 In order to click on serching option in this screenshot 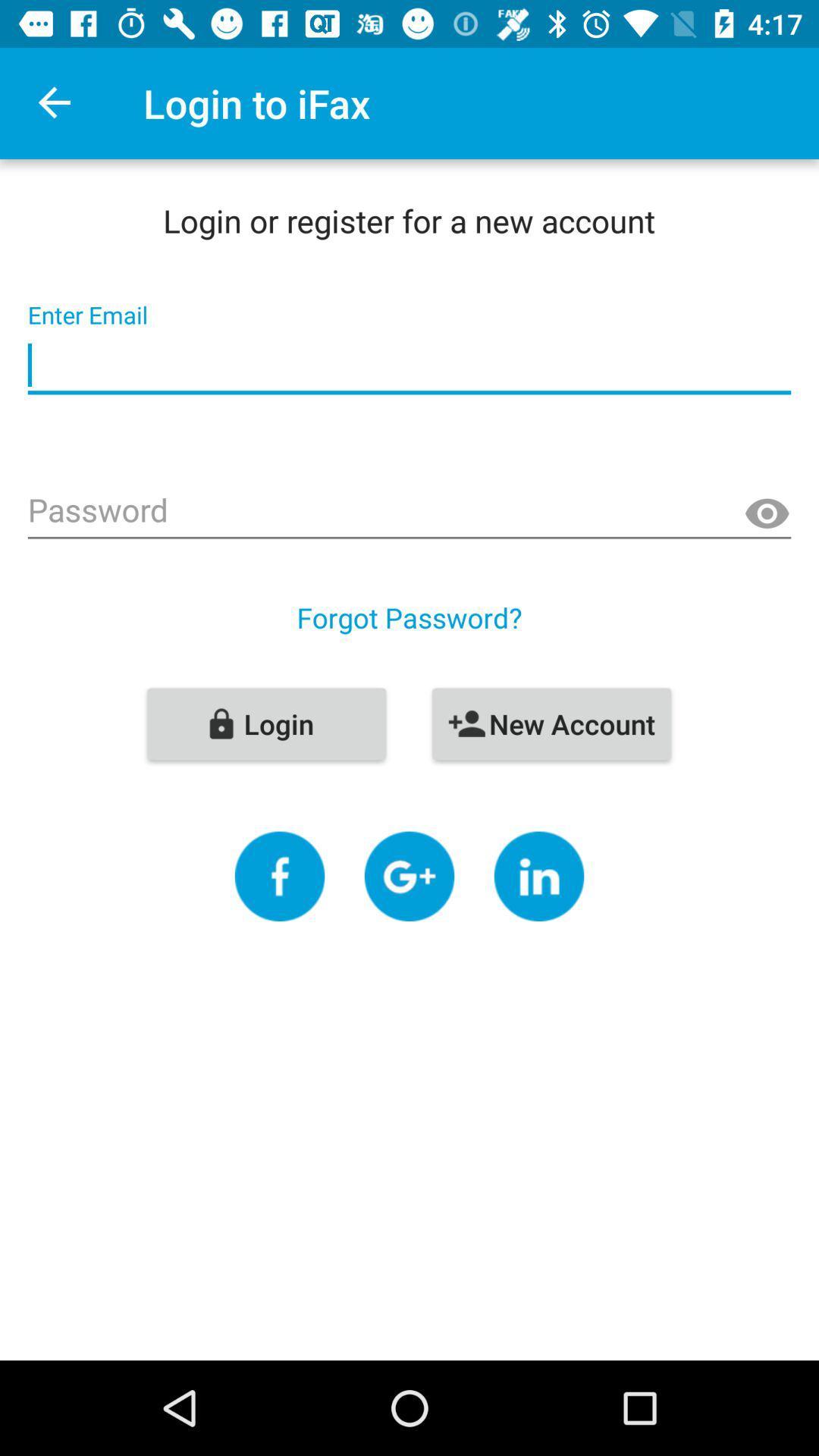, I will do `click(409, 876)`.